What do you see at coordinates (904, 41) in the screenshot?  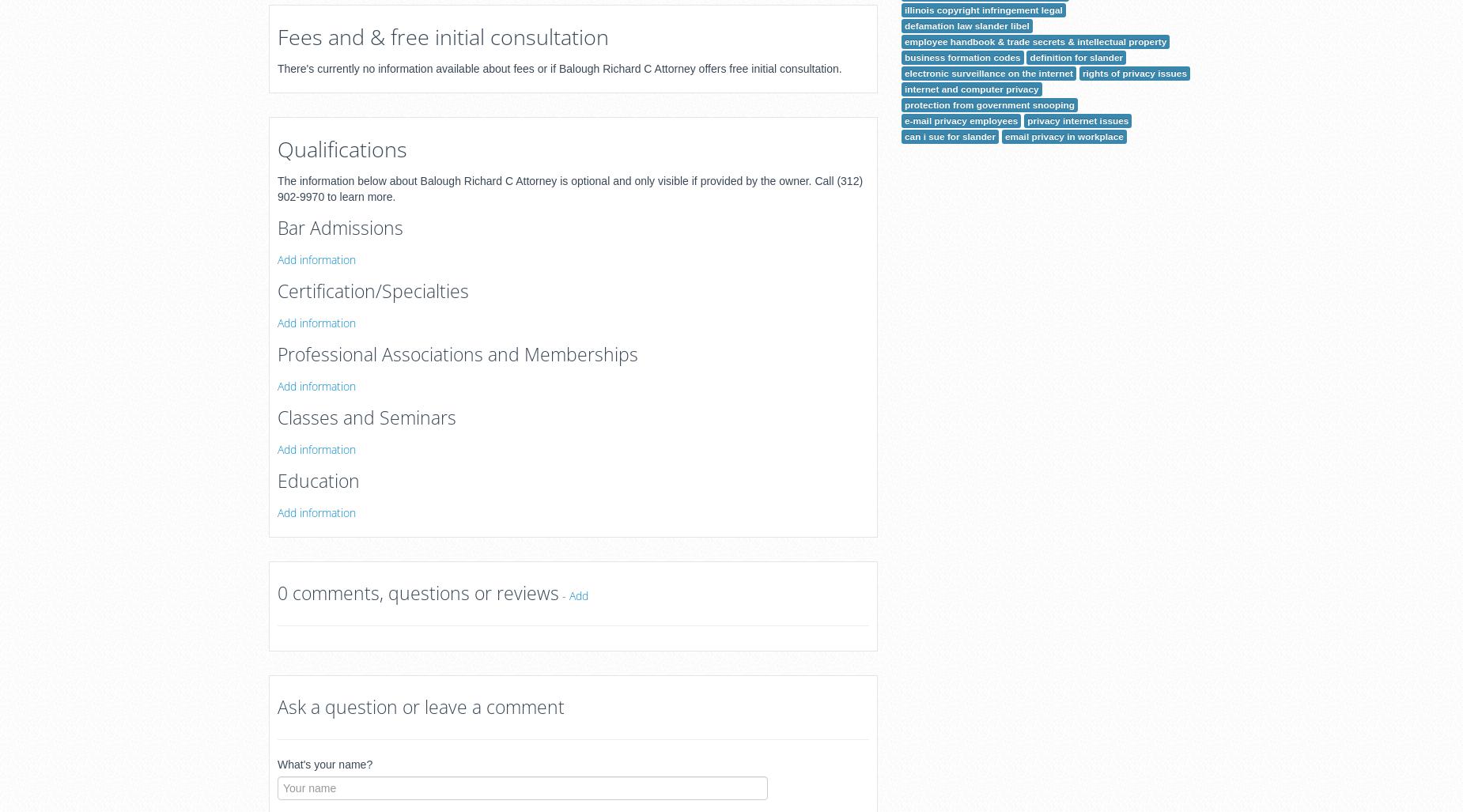 I see `'employee handbook & trade secrets & intellectual property'` at bounding box center [904, 41].